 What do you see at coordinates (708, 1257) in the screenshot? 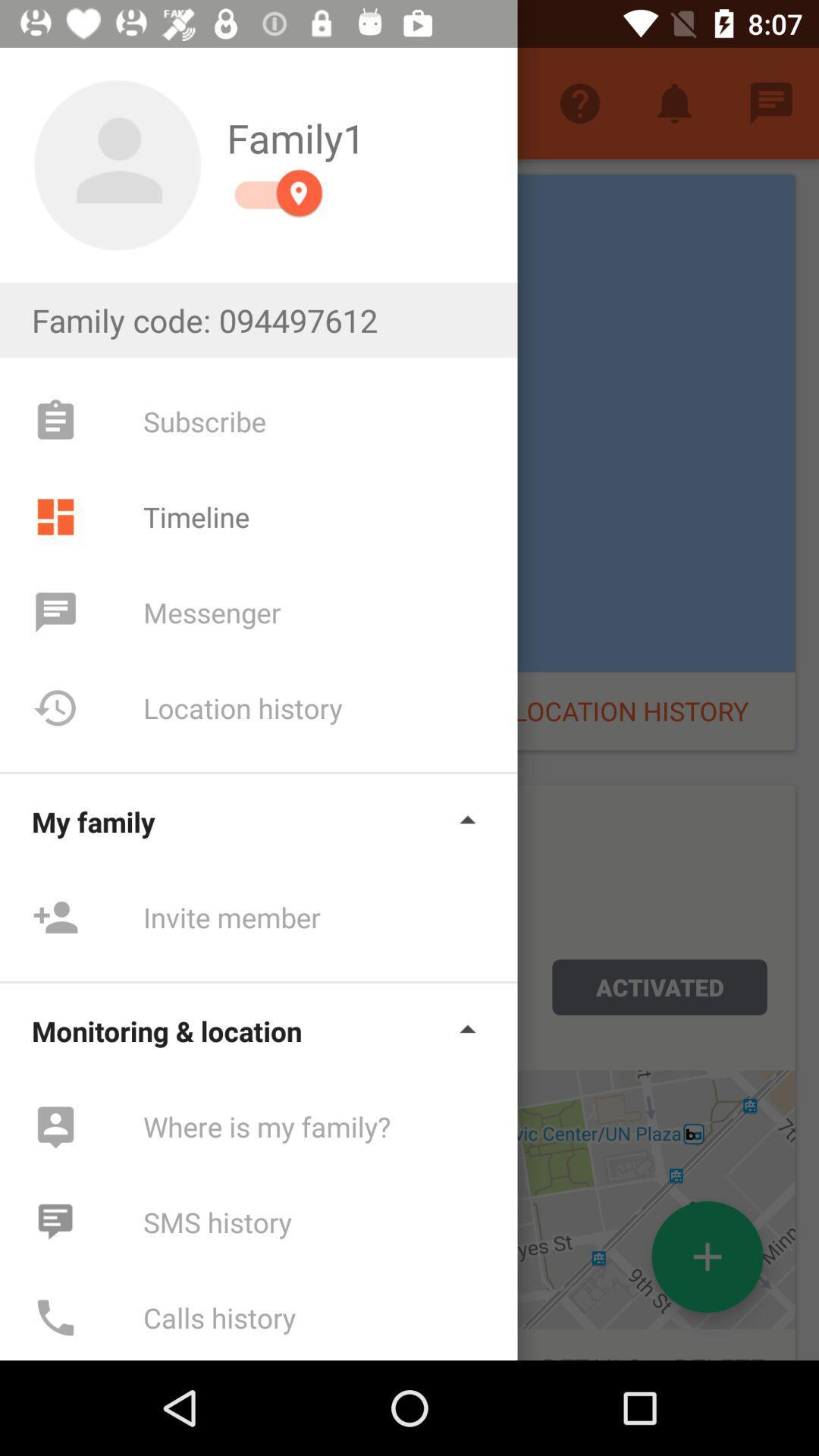
I see `the add icon` at bounding box center [708, 1257].